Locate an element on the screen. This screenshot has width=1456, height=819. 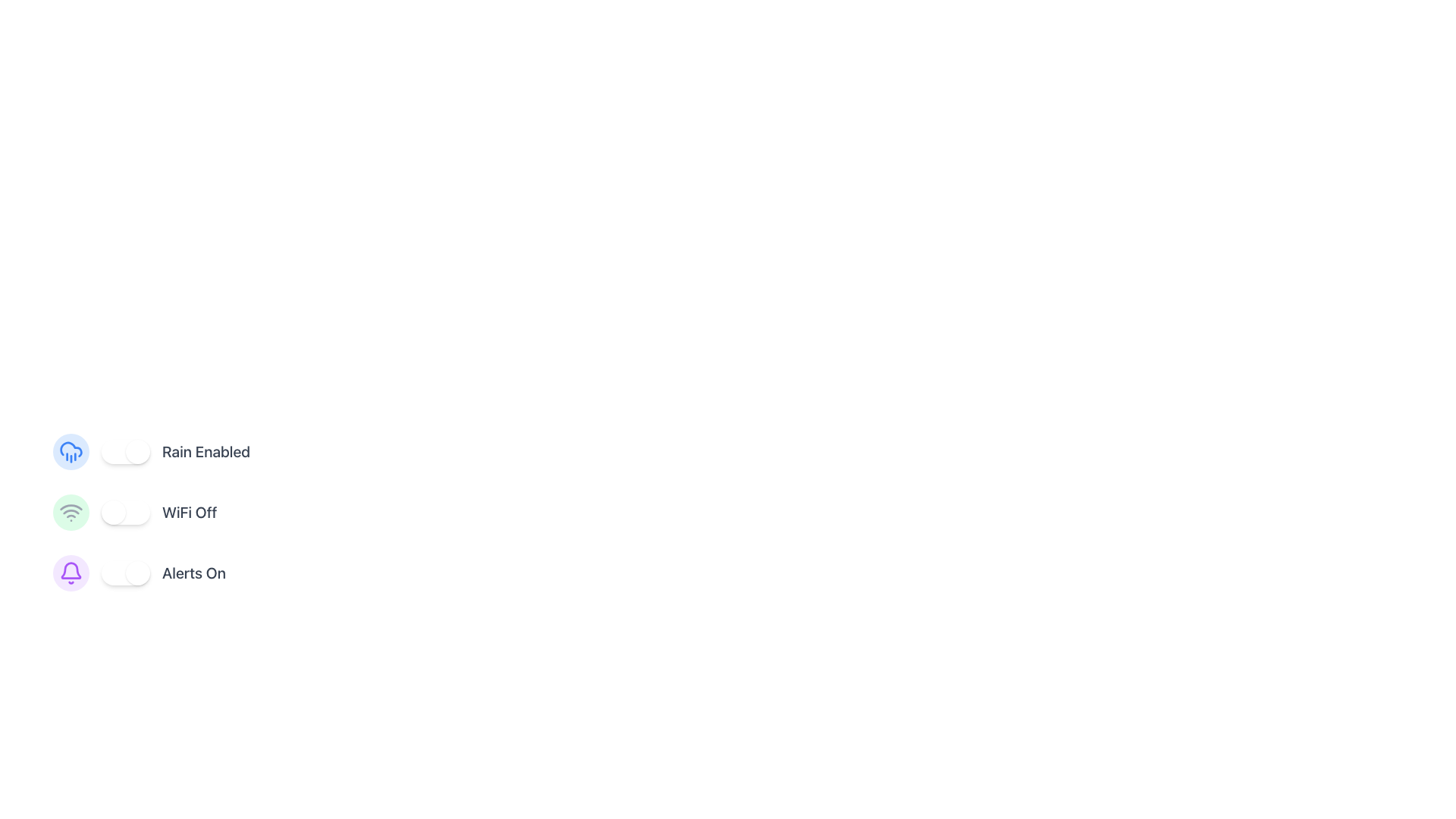
the 'Rain Enabled' icon located at the top of the vertical list of icons, which serves as a visual cue for the adjacent toggle switch is located at coordinates (71, 451).